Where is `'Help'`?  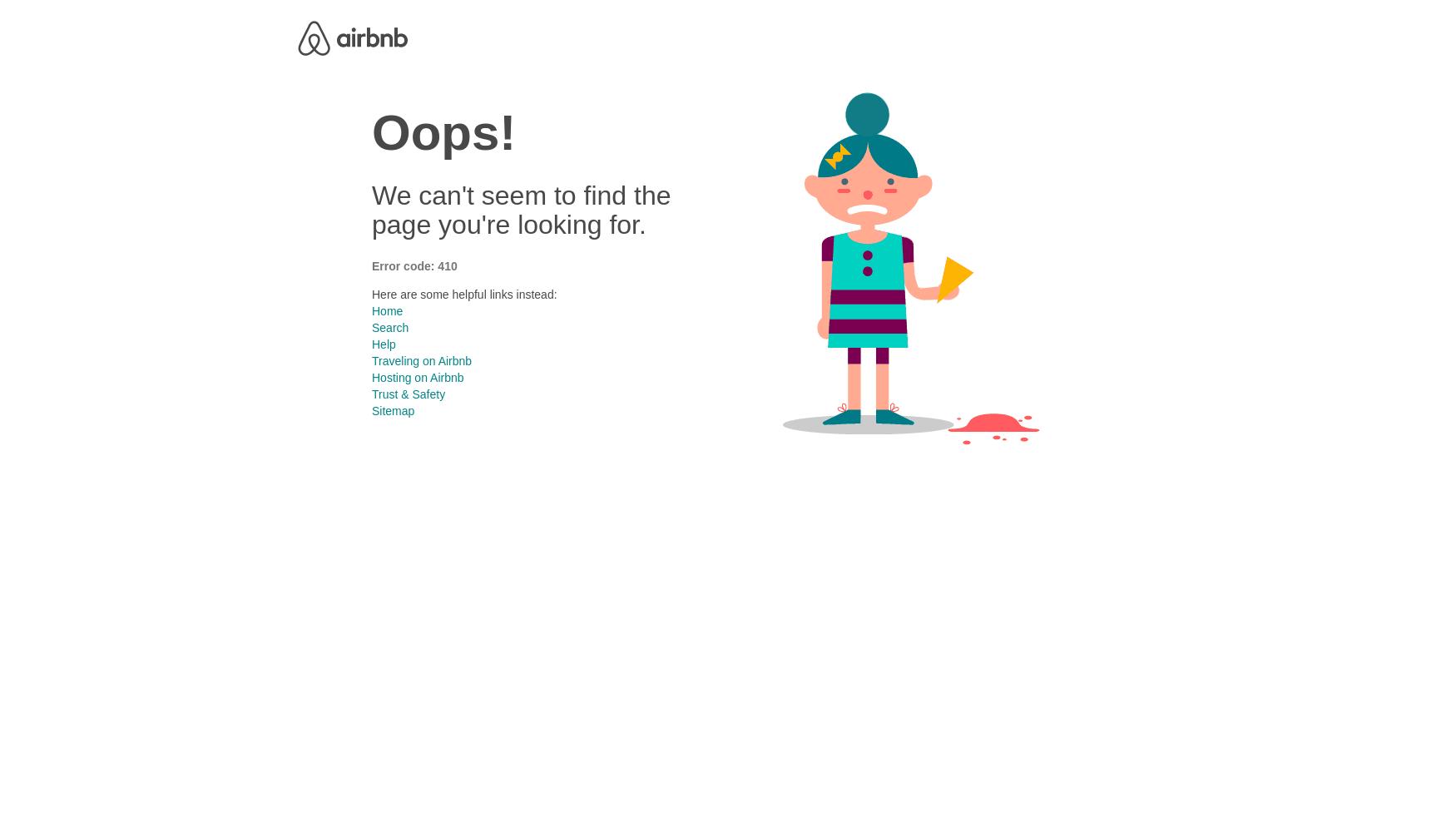 'Help' is located at coordinates (371, 344).